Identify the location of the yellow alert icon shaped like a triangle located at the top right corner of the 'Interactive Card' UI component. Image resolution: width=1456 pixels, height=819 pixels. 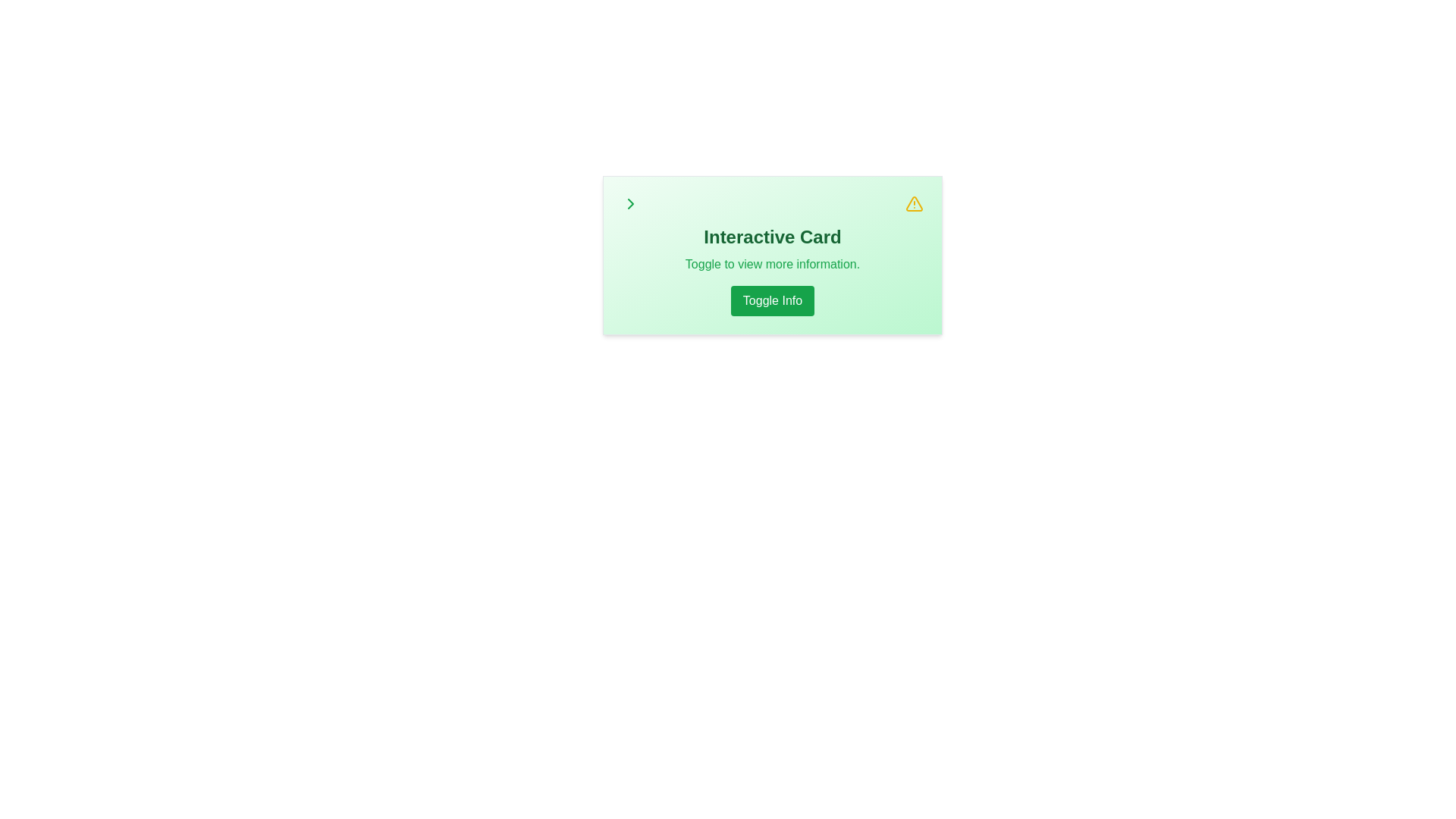
(913, 203).